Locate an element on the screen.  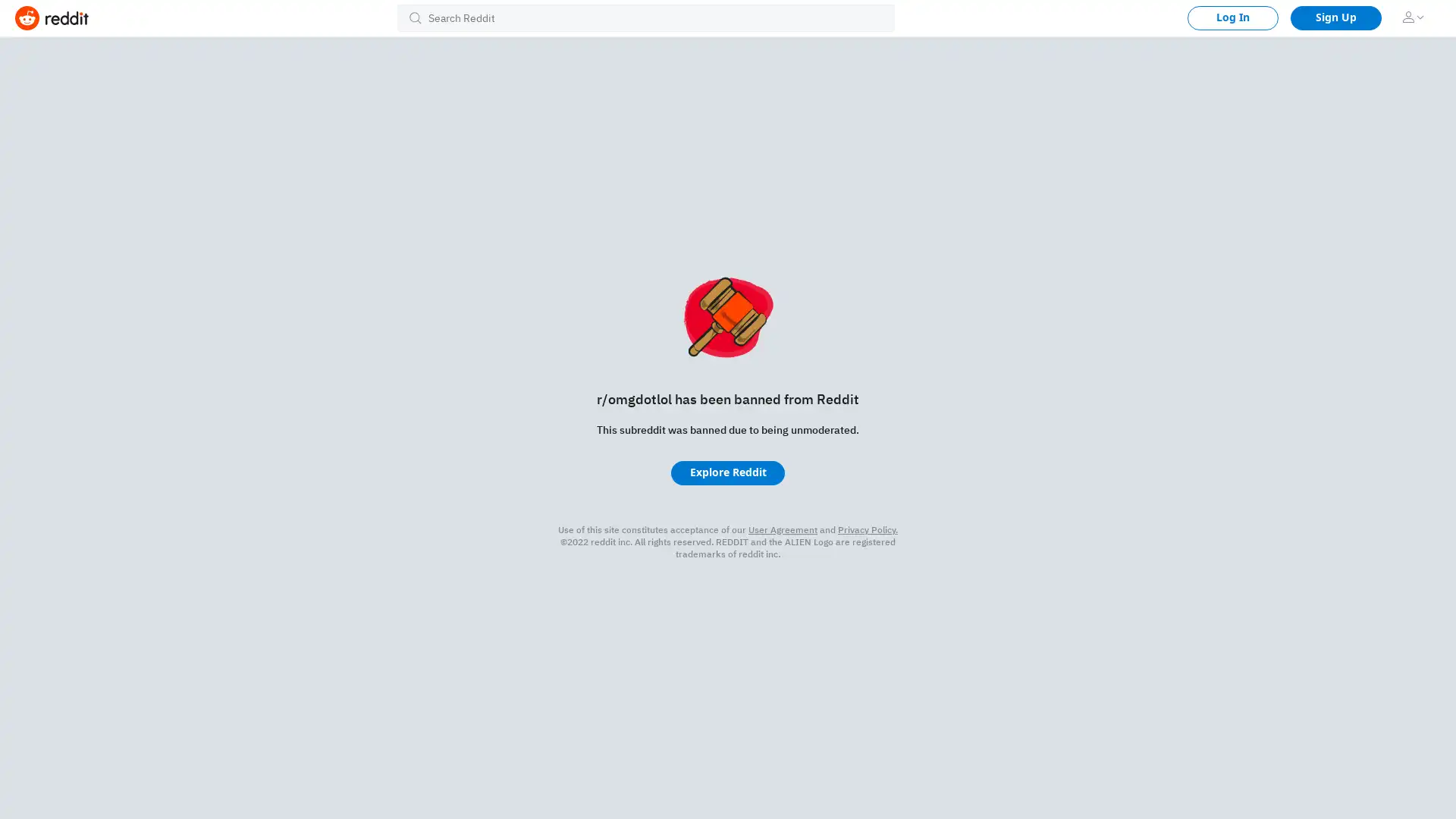
Log In is located at coordinates (1233, 17).